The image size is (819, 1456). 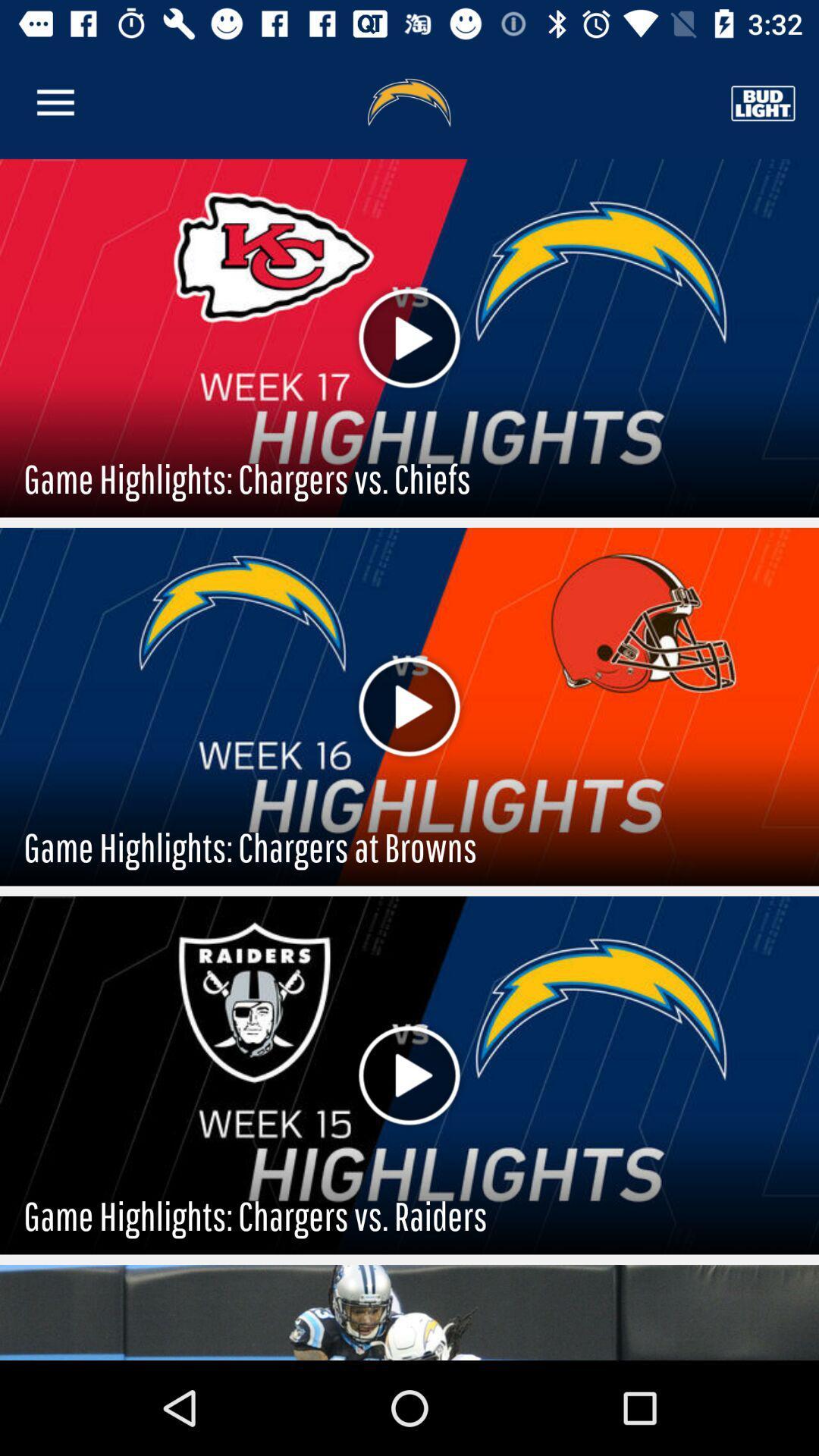 What do you see at coordinates (763, 102) in the screenshot?
I see `item at the top right corner` at bounding box center [763, 102].